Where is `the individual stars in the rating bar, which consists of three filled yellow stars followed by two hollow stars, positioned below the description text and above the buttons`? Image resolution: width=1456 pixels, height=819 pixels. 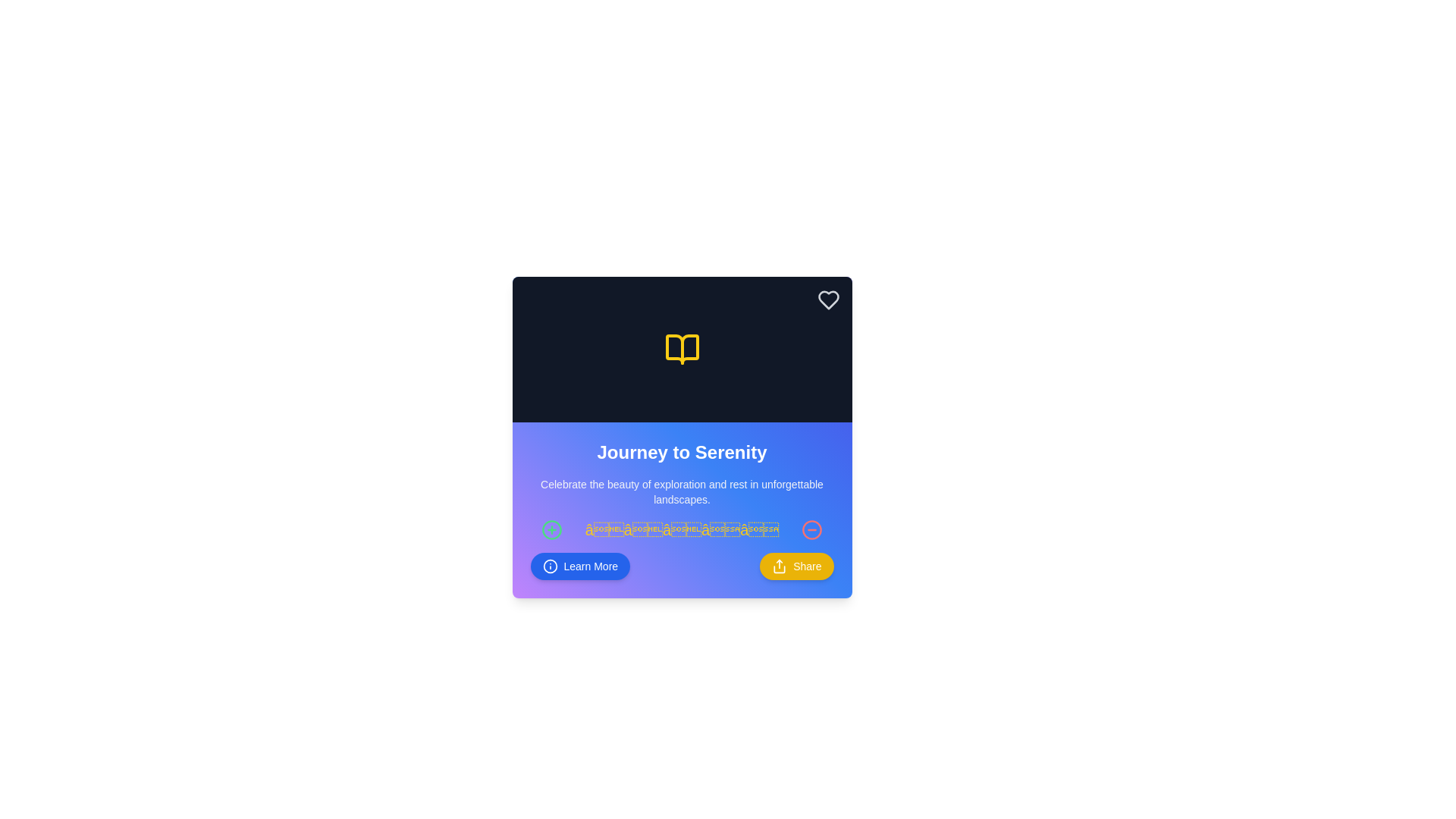 the individual stars in the rating bar, which consists of three filled yellow stars followed by two hollow stars, positioned below the description text and above the buttons is located at coordinates (681, 529).